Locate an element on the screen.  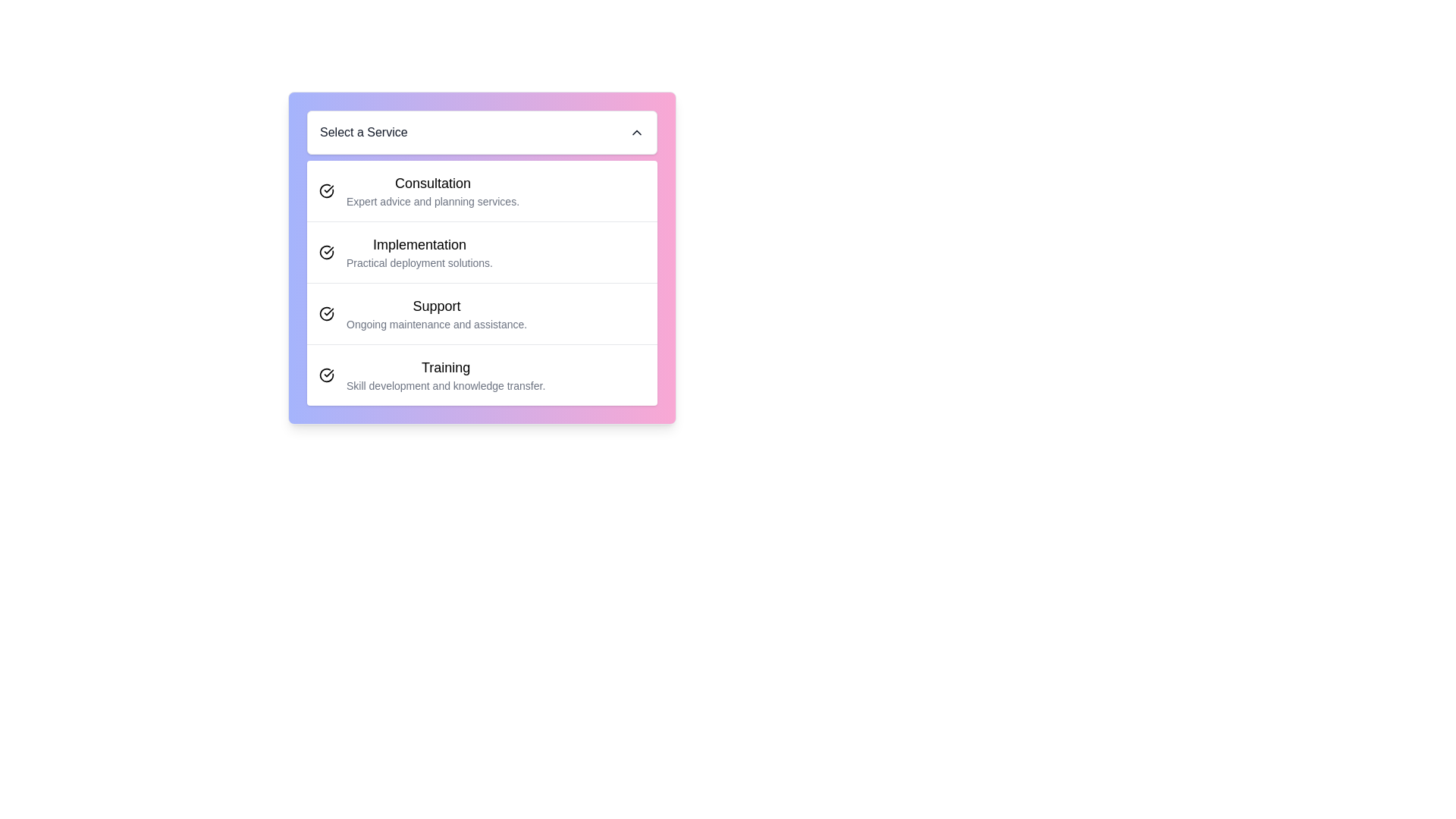
the 'Support' option in the selection menu, which is the third item in a vertical list of options, positioned between 'Implementation' and 'Training' is located at coordinates (436, 312).